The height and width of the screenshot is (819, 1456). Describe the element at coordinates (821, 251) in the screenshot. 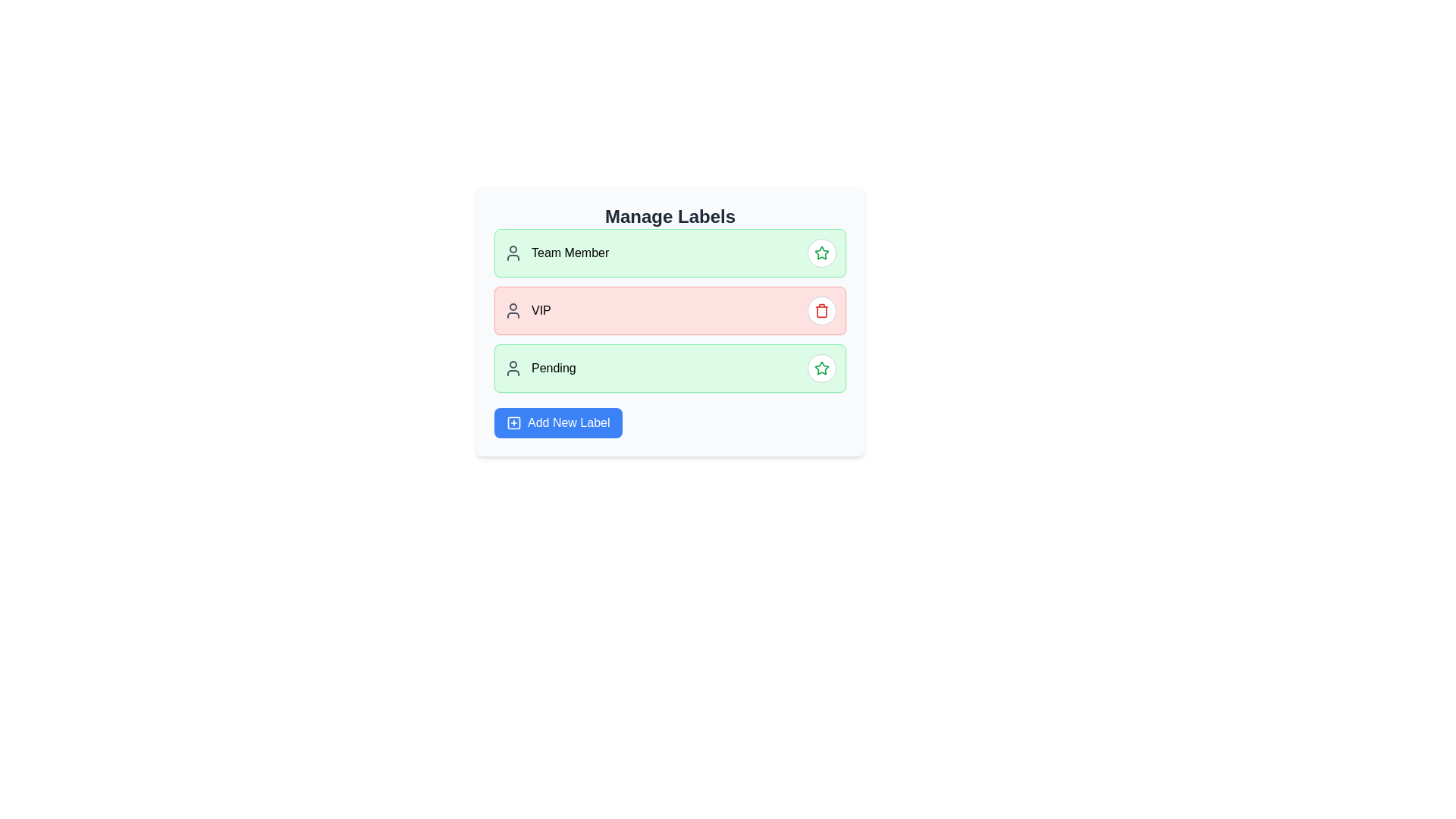

I see `the star icon with a green outline located at the bottom of the 'Manage Labels' panel, to the right of the 'Pending' label` at that location.